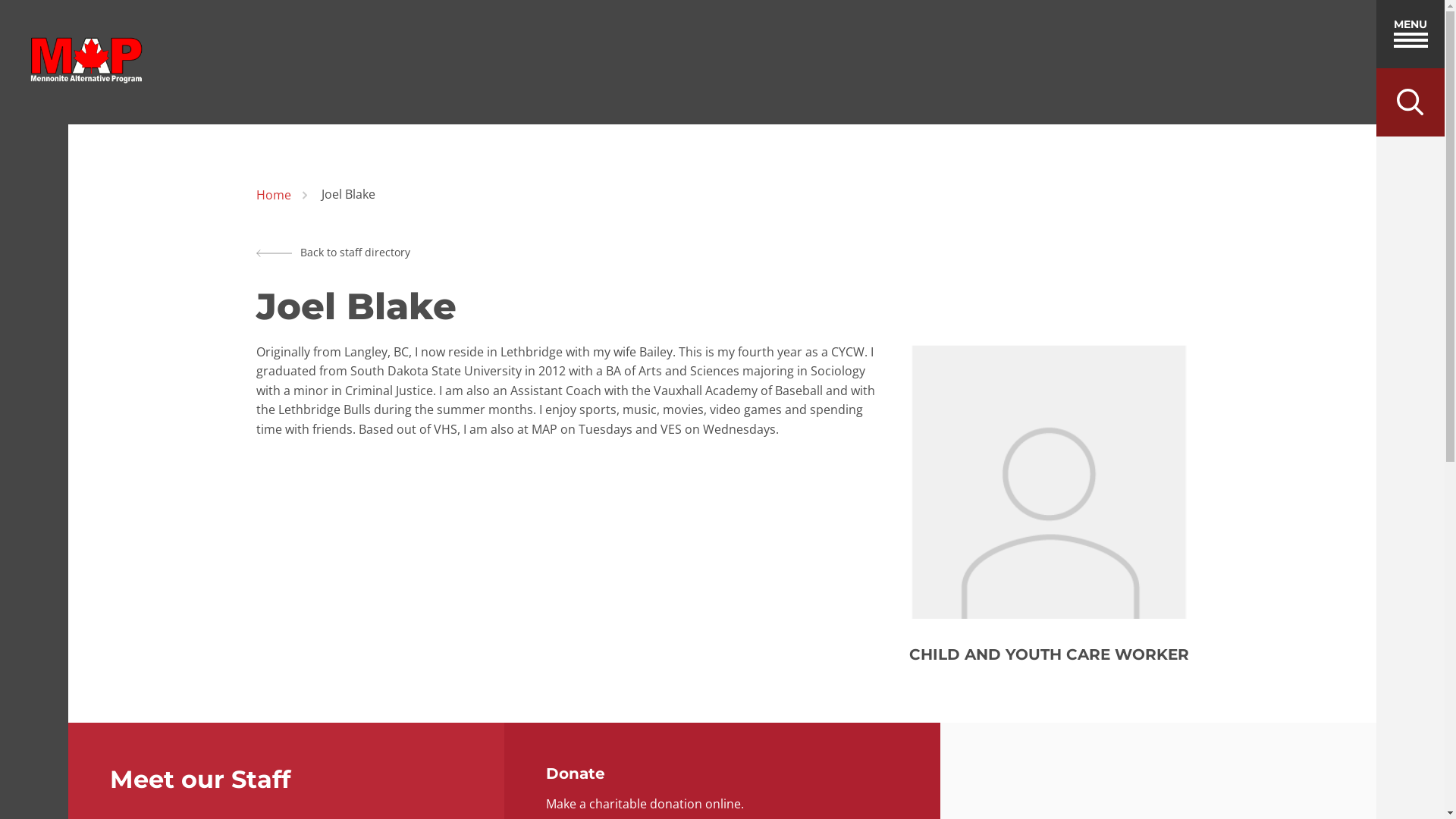  Describe the element at coordinates (1410, 34) in the screenshot. I see `'MENU'` at that location.